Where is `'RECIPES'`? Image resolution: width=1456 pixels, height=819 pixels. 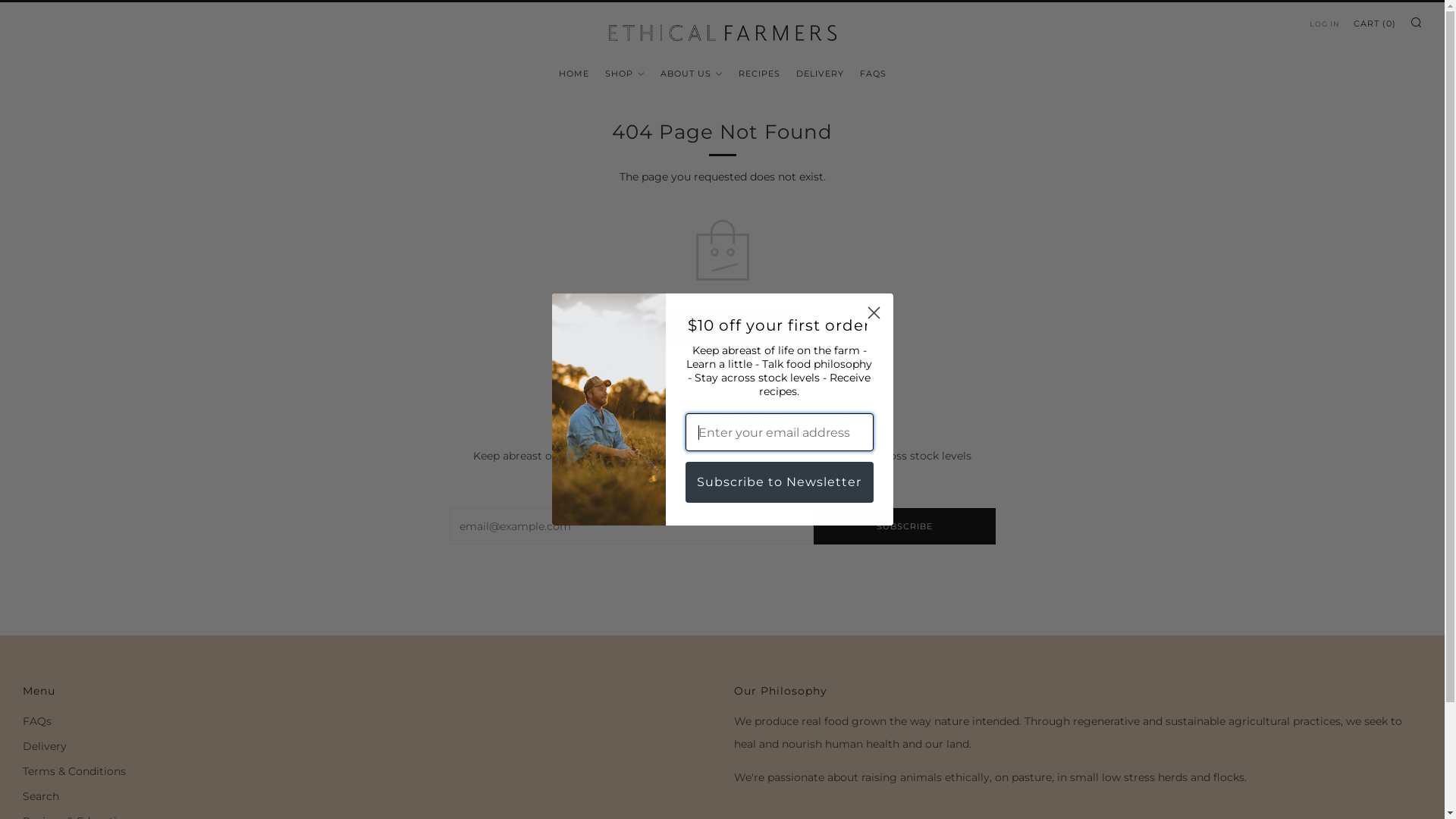
'RECIPES' is located at coordinates (739, 73).